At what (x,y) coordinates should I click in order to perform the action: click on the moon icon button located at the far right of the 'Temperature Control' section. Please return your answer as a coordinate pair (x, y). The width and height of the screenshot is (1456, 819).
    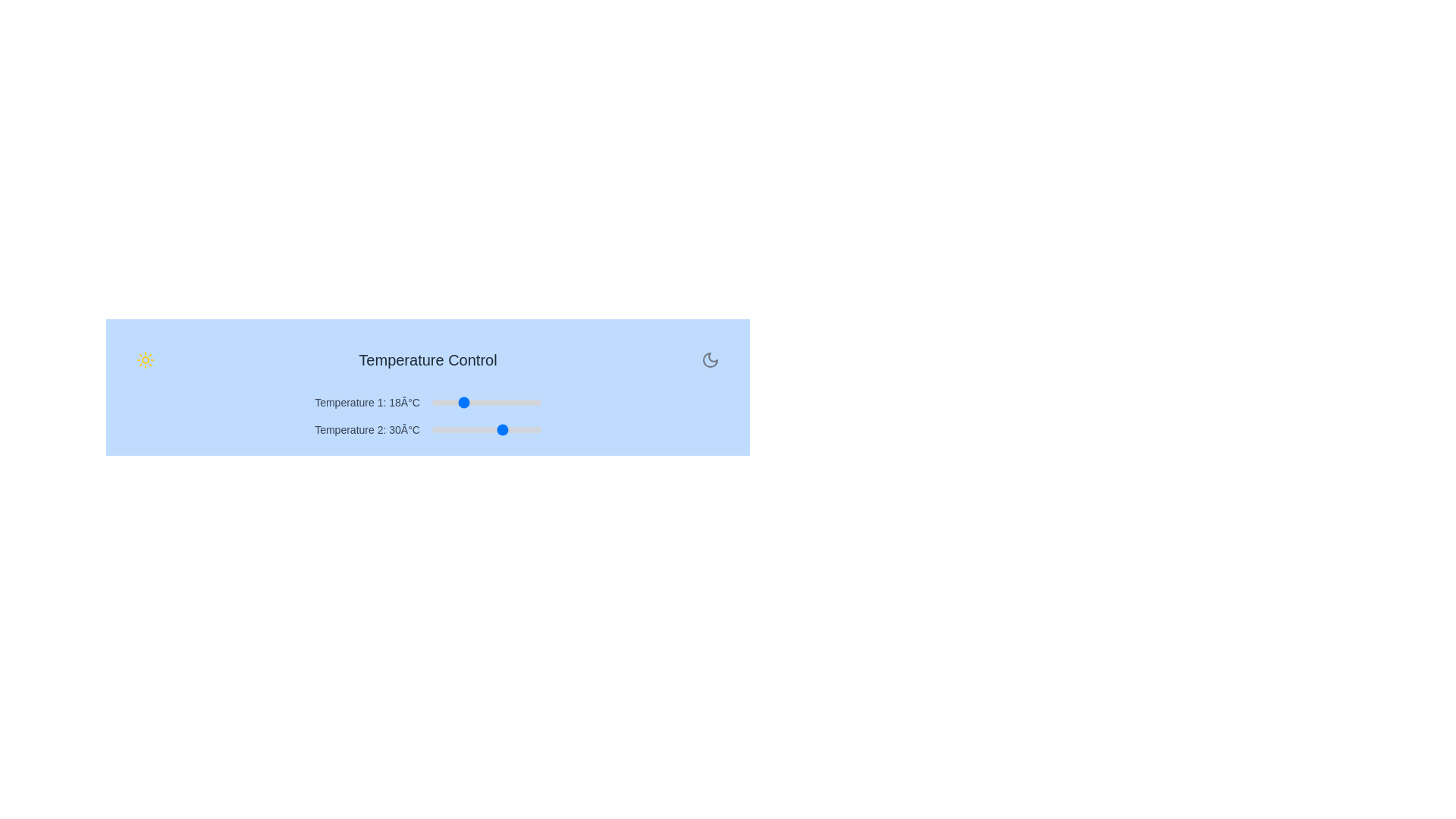
    Looking at the image, I should click on (709, 359).